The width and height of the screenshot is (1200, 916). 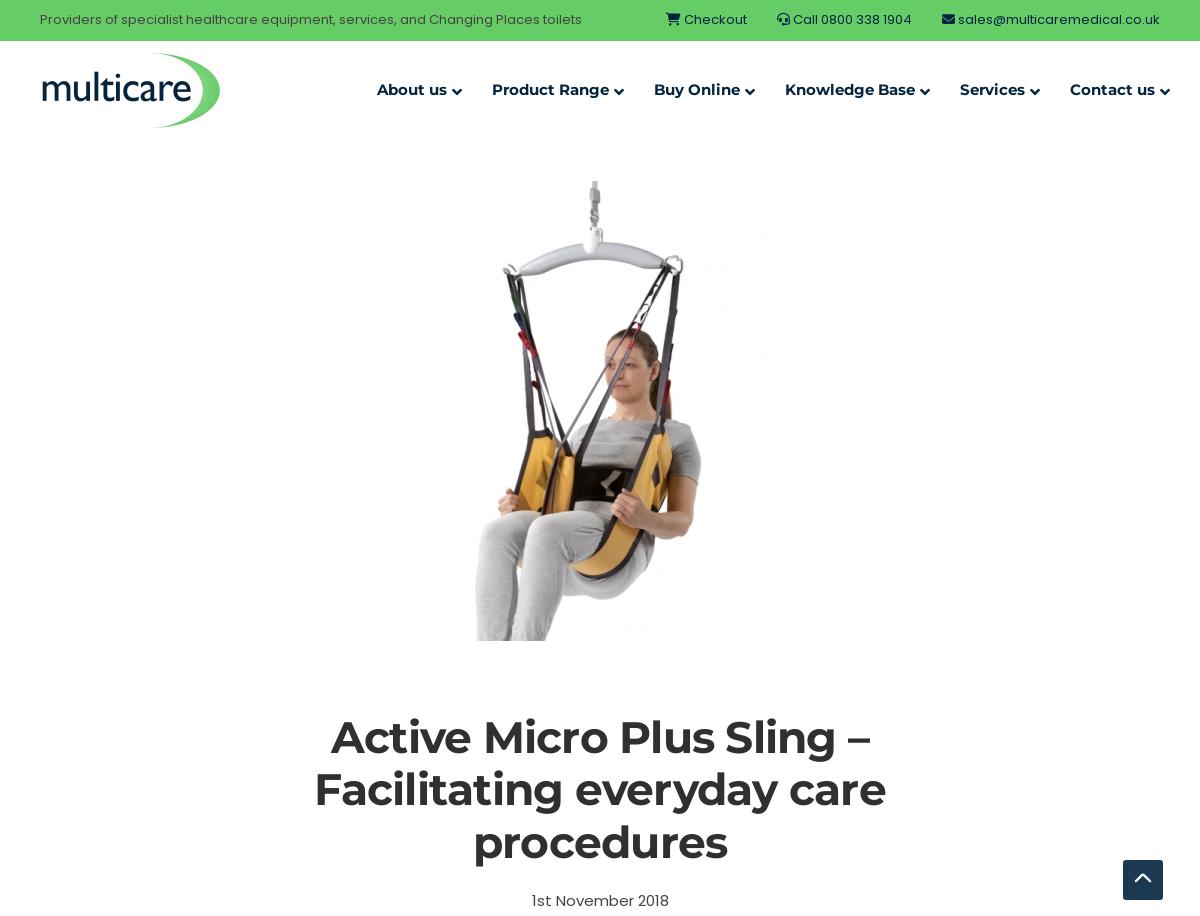 I want to click on 'Dodwells Bridge Industrial Estate', so click(x=942, y=253).